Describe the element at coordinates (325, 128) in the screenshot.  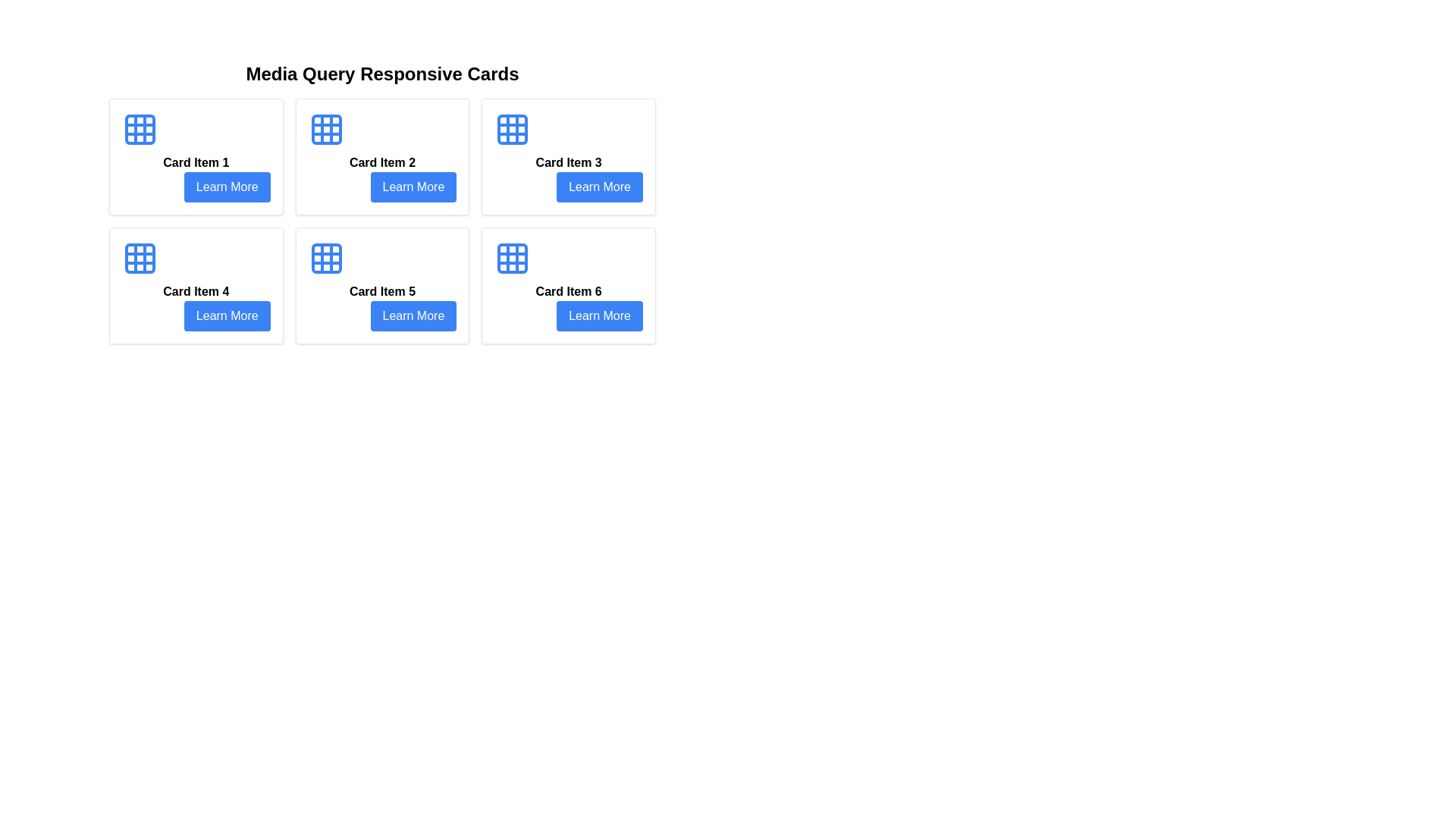
I see `the Decorative Icon Element, which is a square-shaped grid representation with a blue outline located in the top-left segment of Card Item 2` at that location.